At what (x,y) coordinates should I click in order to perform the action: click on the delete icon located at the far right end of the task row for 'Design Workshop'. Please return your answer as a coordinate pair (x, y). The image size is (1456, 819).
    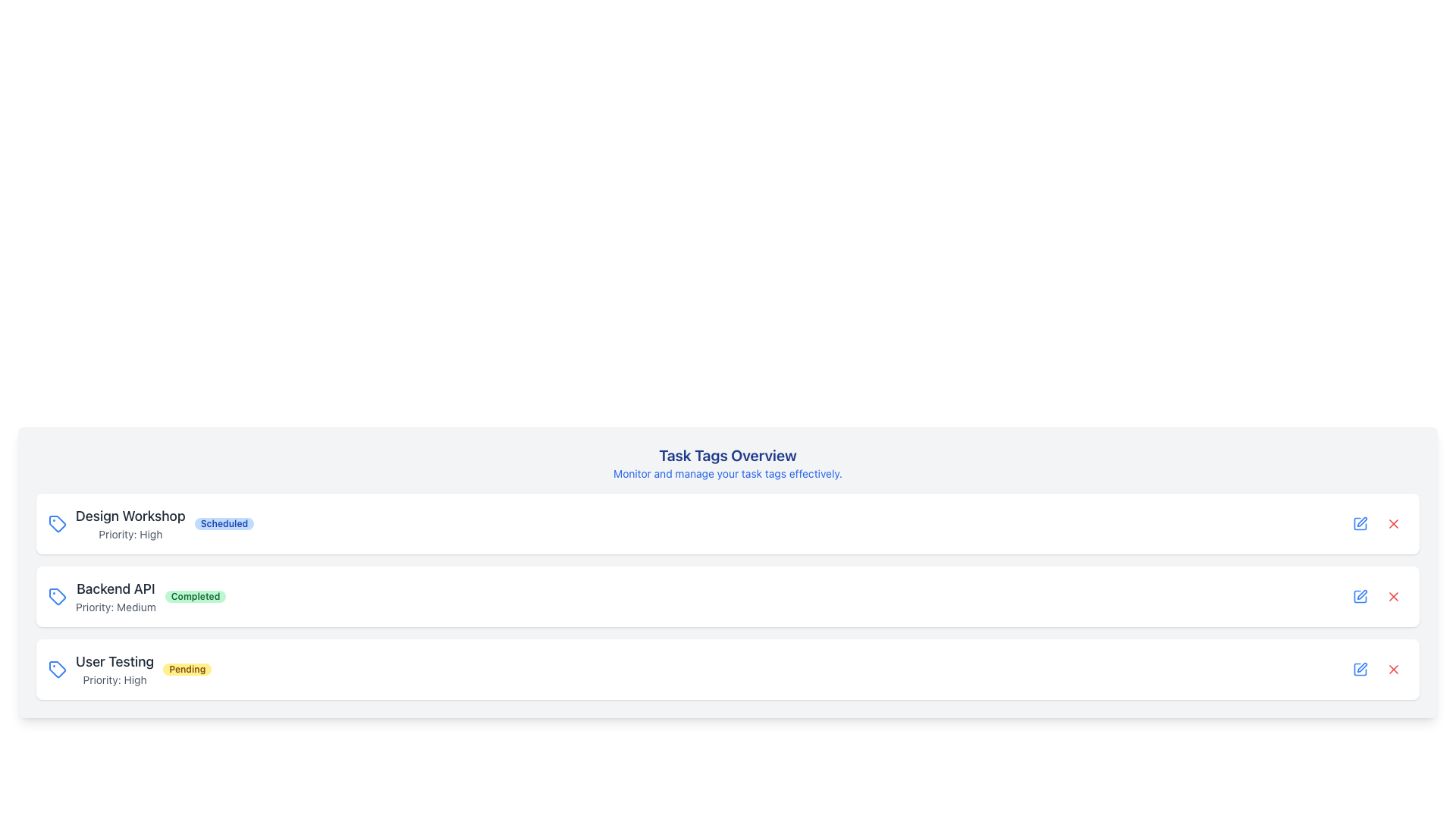
    Looking at the image, I should click on (1394, 522).